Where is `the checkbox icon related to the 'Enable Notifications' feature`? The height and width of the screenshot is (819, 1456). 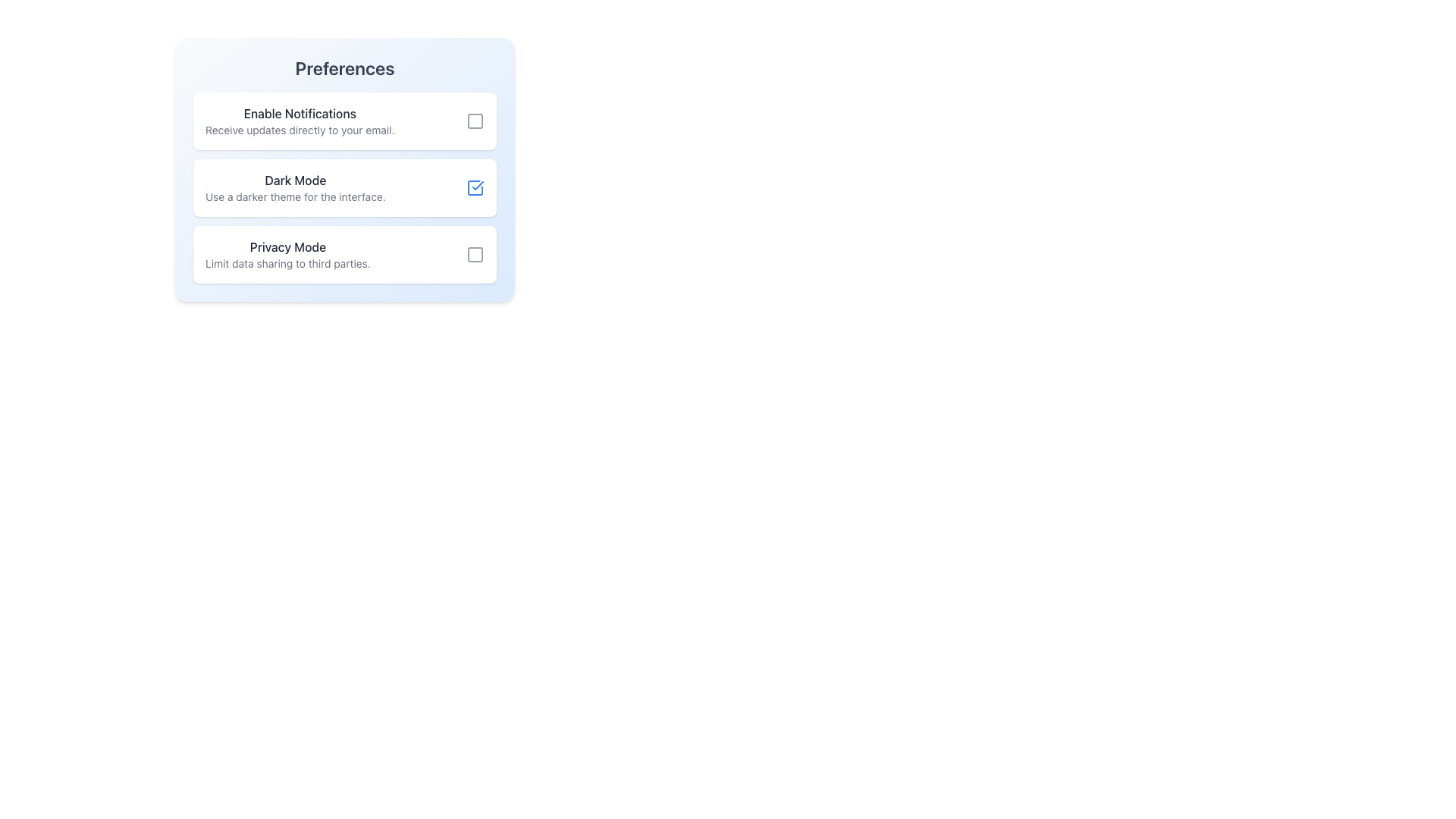
the checkbox icon related to the 'Enable Notifications' feature is located at coordinates (475, 120).